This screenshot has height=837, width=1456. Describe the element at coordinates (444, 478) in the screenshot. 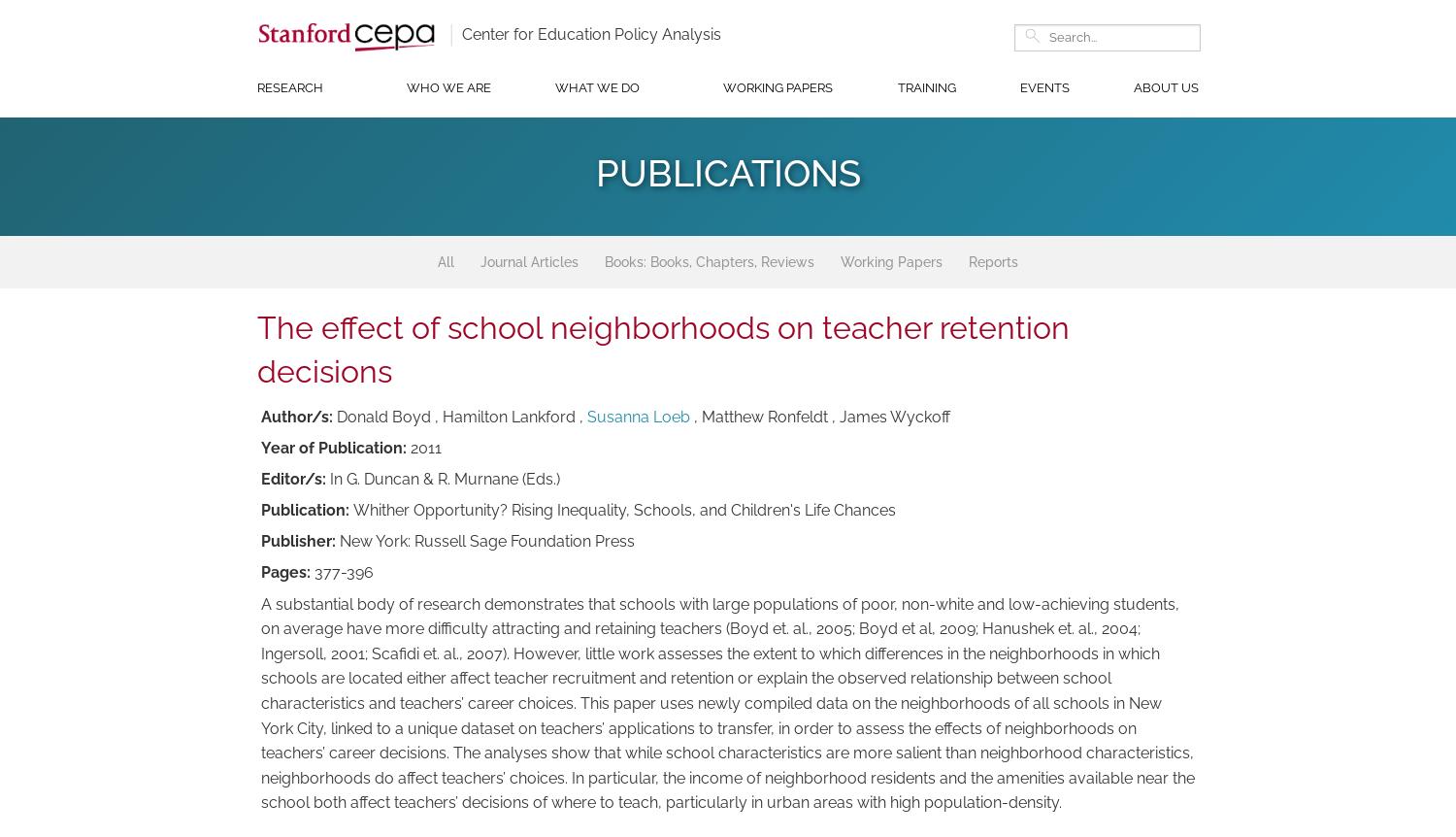

I see `'In G. Duncan & R. Murnane (Eds.)'` at that location.